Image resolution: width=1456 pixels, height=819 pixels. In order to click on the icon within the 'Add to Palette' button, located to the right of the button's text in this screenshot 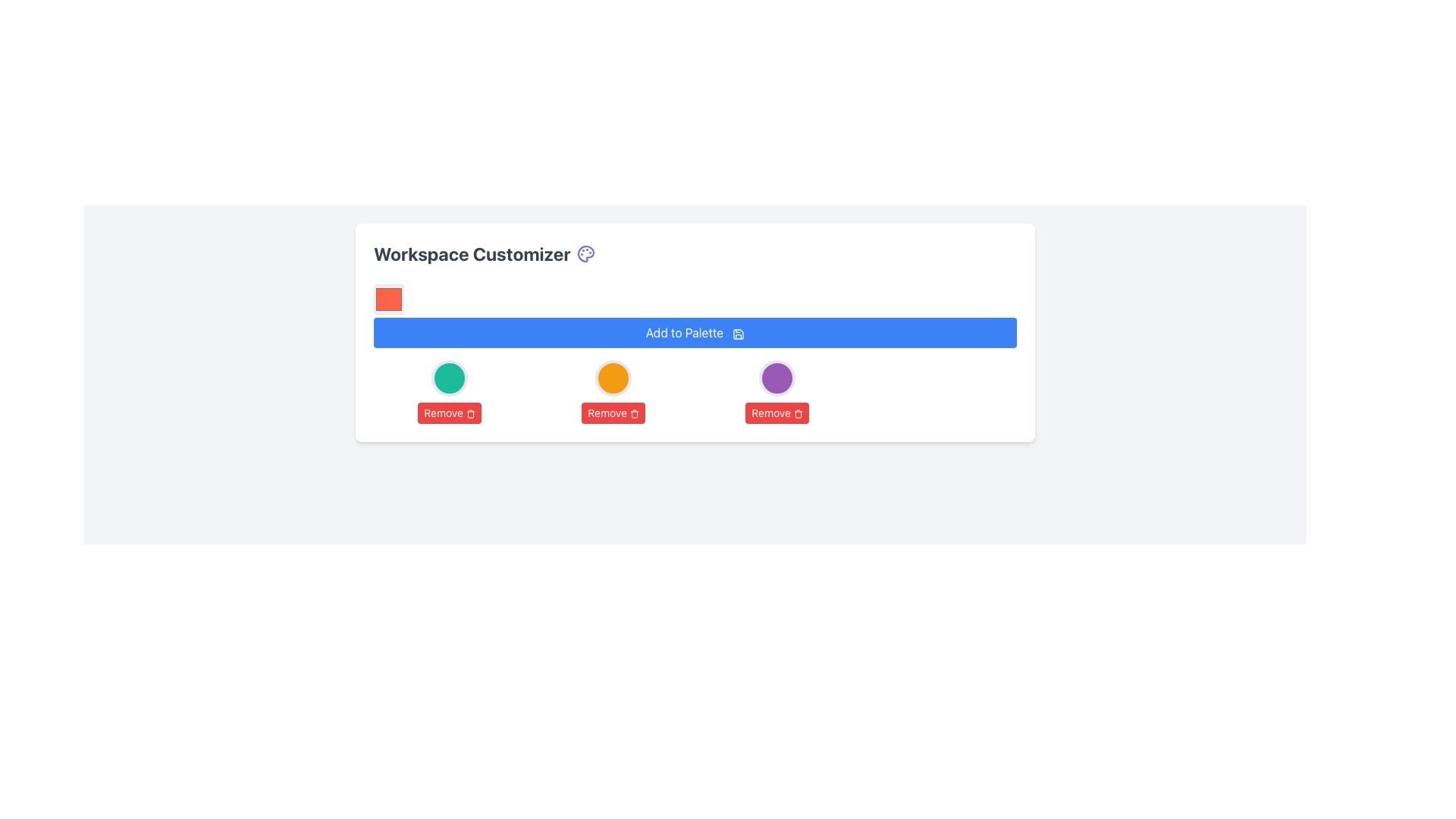, I will do `click(739, 333)`.